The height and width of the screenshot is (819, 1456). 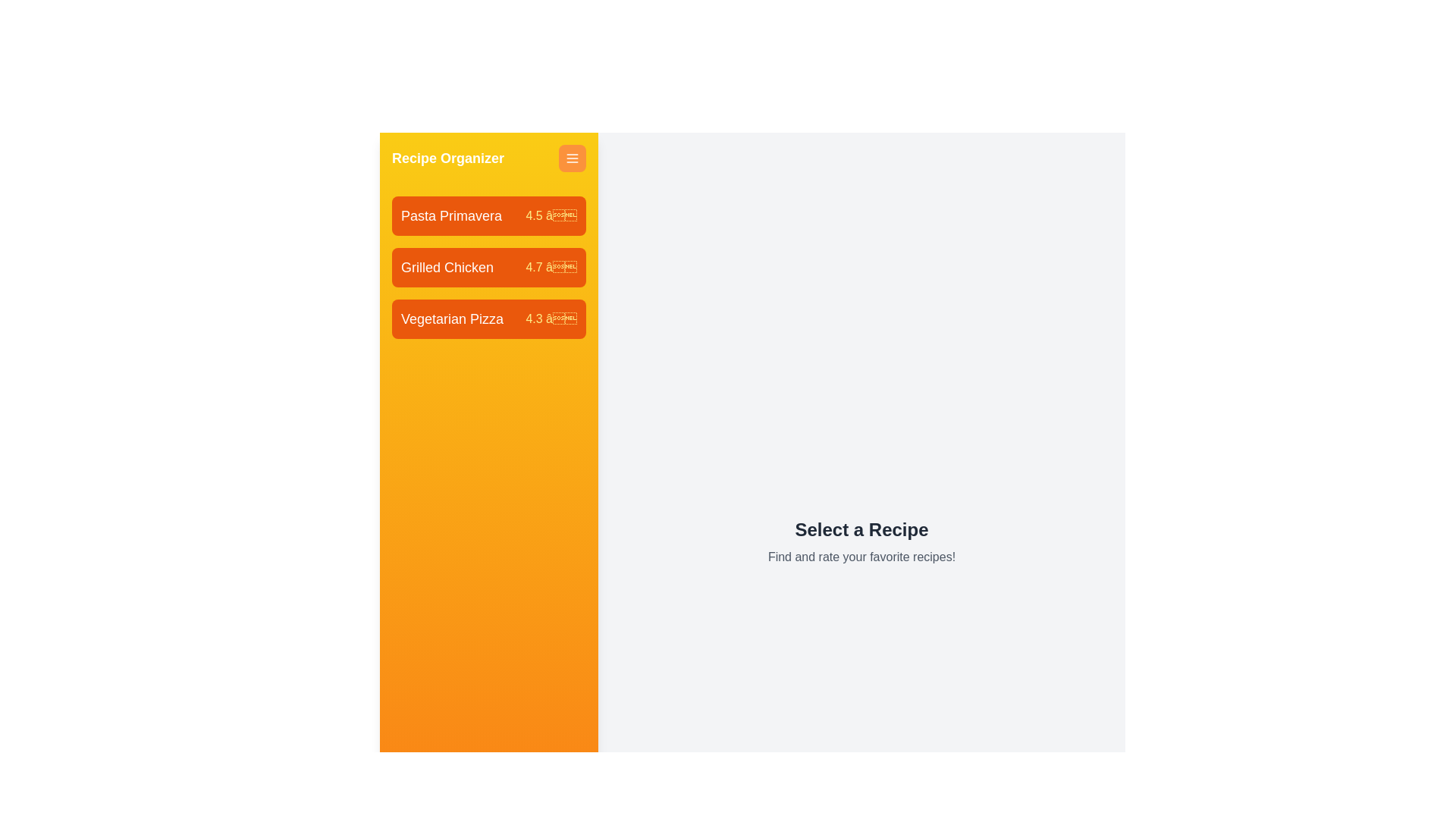 I want to click on the recipe item labeled Vegetarian Pizza, so click(x=488, y=318).